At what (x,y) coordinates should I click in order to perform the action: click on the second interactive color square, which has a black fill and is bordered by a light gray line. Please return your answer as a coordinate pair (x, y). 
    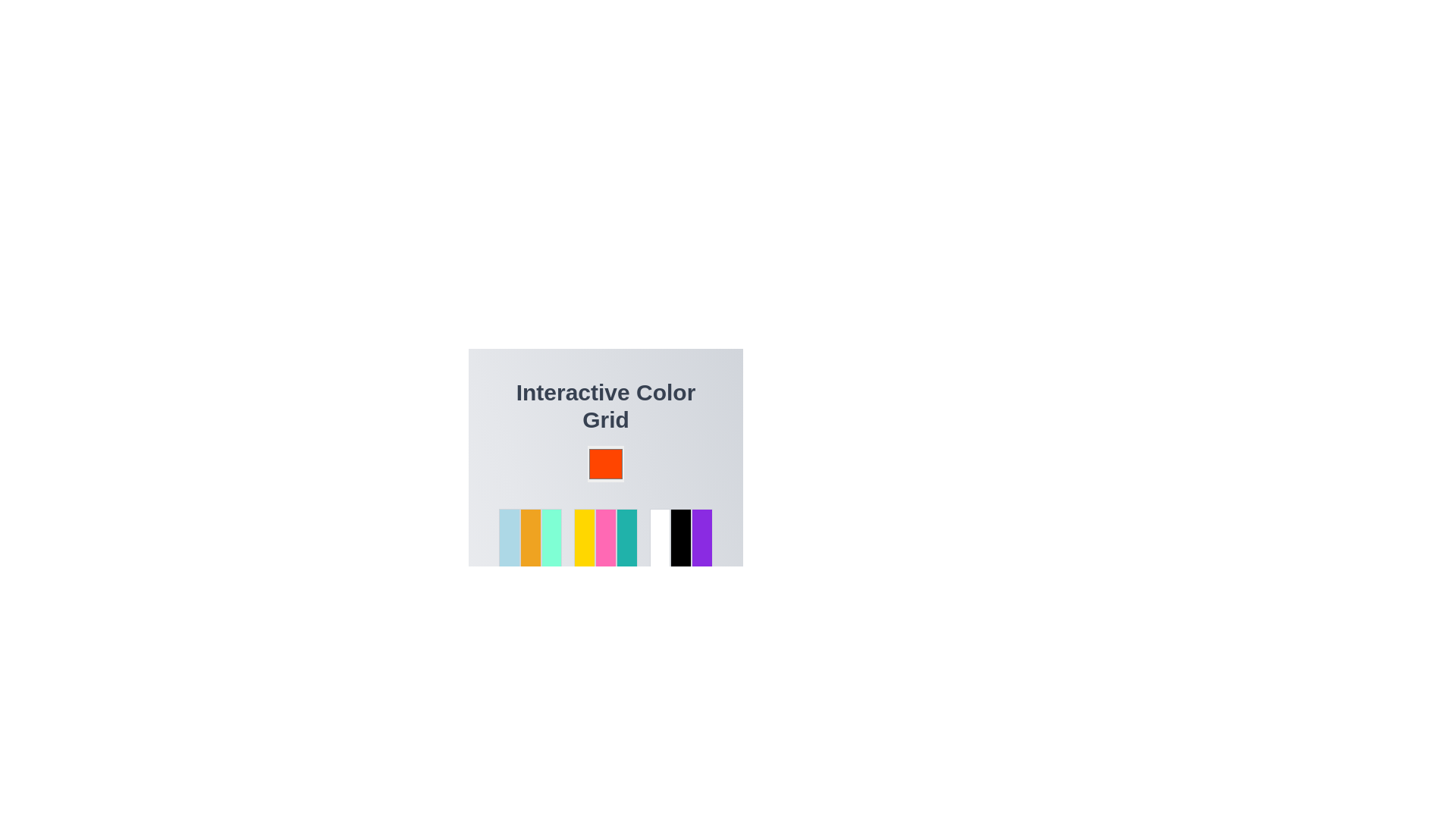
    Looking at the image, I should click on (679, 538).